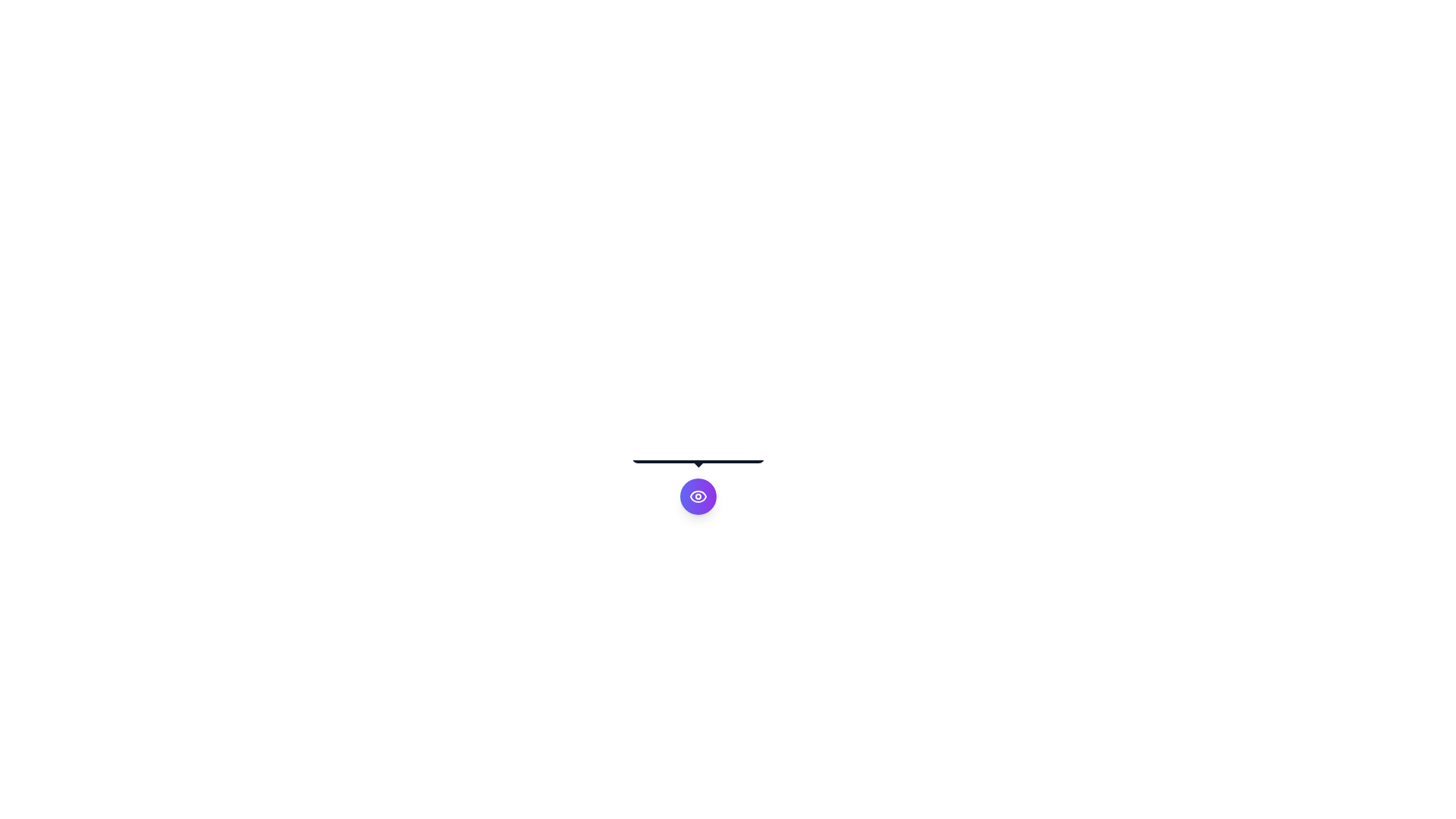 This screenshot has width=1456, height=819. I want to click on the circular button with a gradient background and an eye icon in the center, so click(698, 497).